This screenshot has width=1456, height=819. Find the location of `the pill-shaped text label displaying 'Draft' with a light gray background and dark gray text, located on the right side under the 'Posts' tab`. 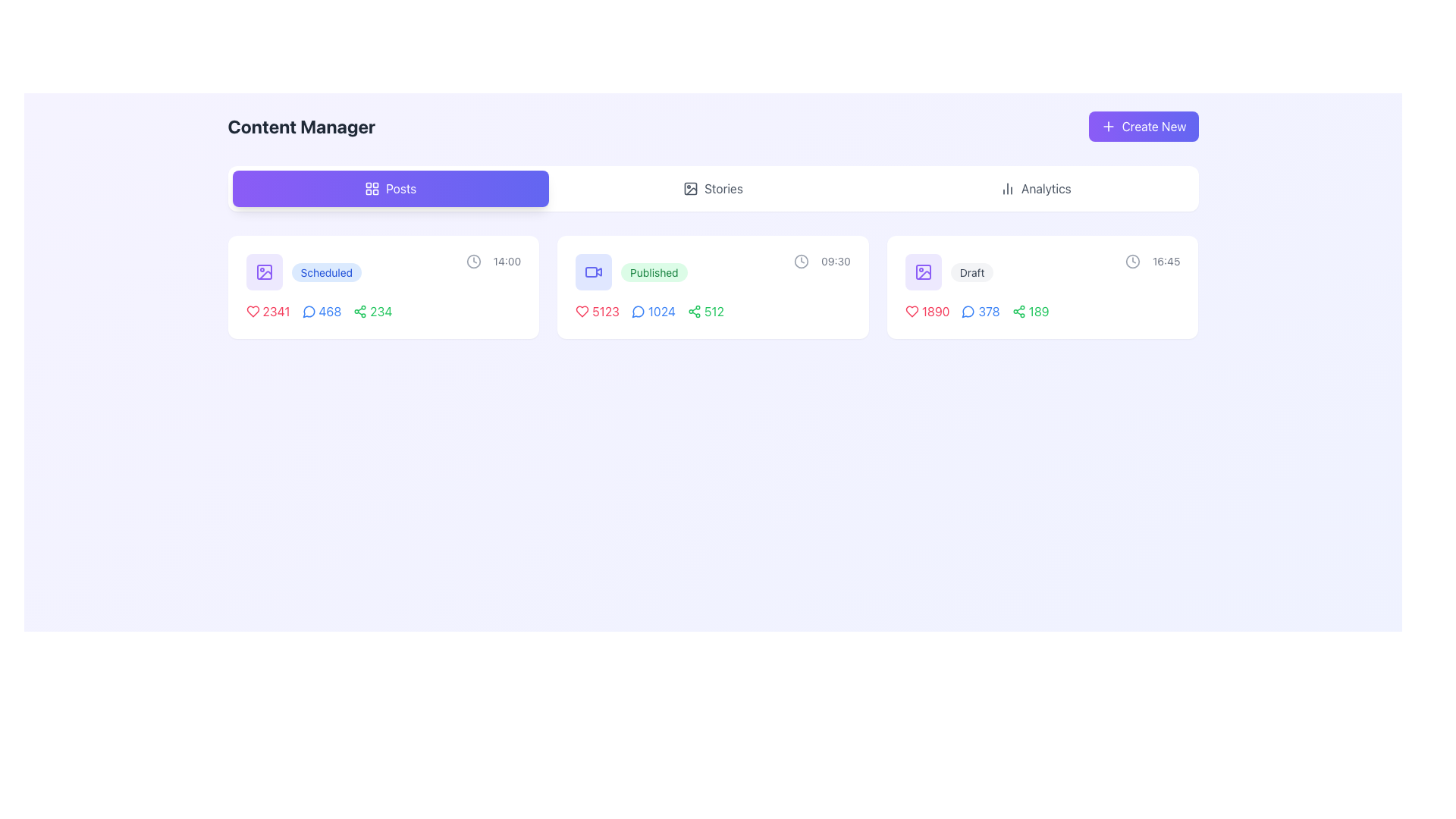

the pill-shaped text label displaying 'Draft' with a light gray background and dark gray text, located on the right side under the 'Posts' tab is located at coordinates (972, 271).